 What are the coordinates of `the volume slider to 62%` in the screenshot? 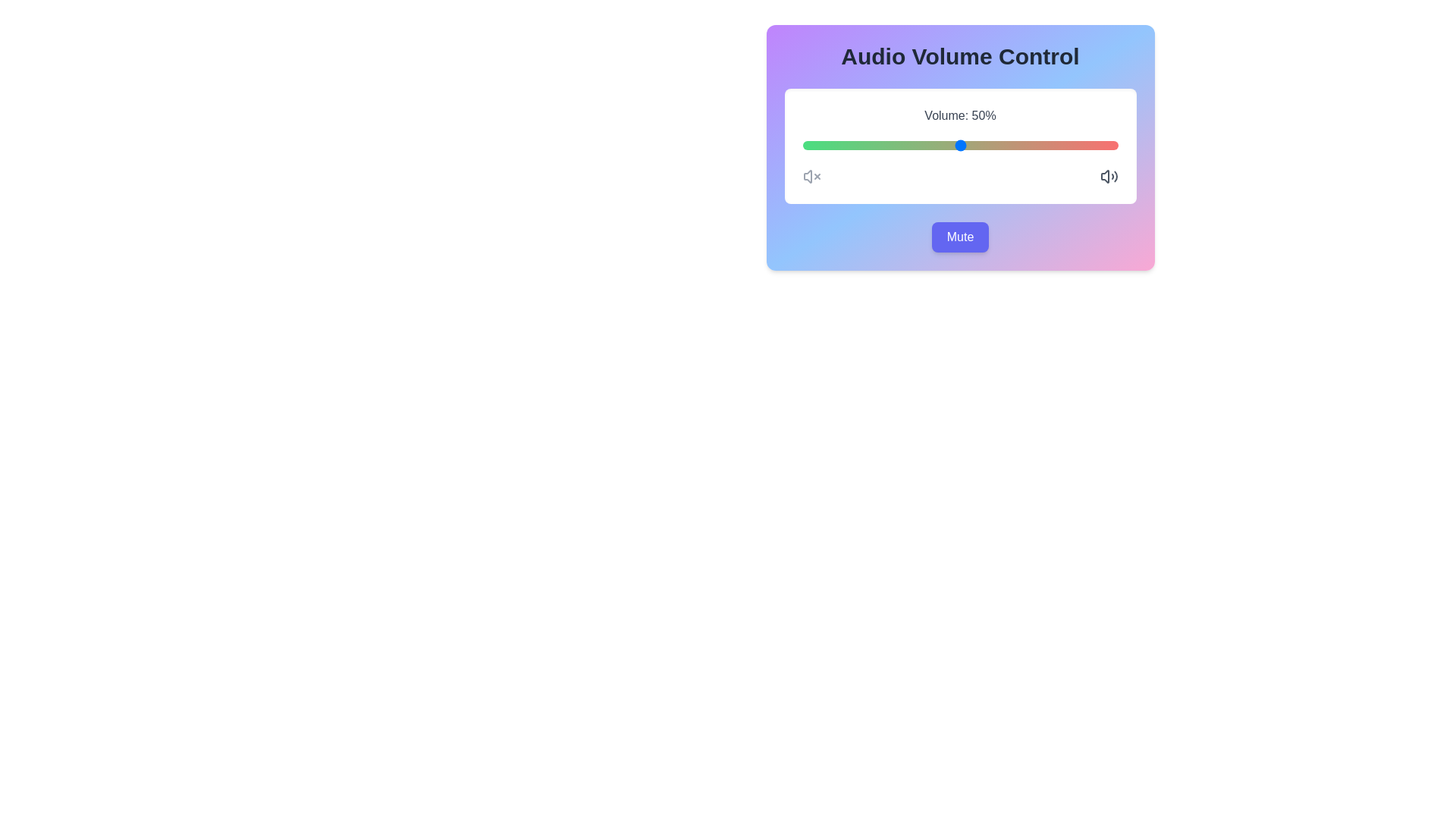 It's located at (998, 146).